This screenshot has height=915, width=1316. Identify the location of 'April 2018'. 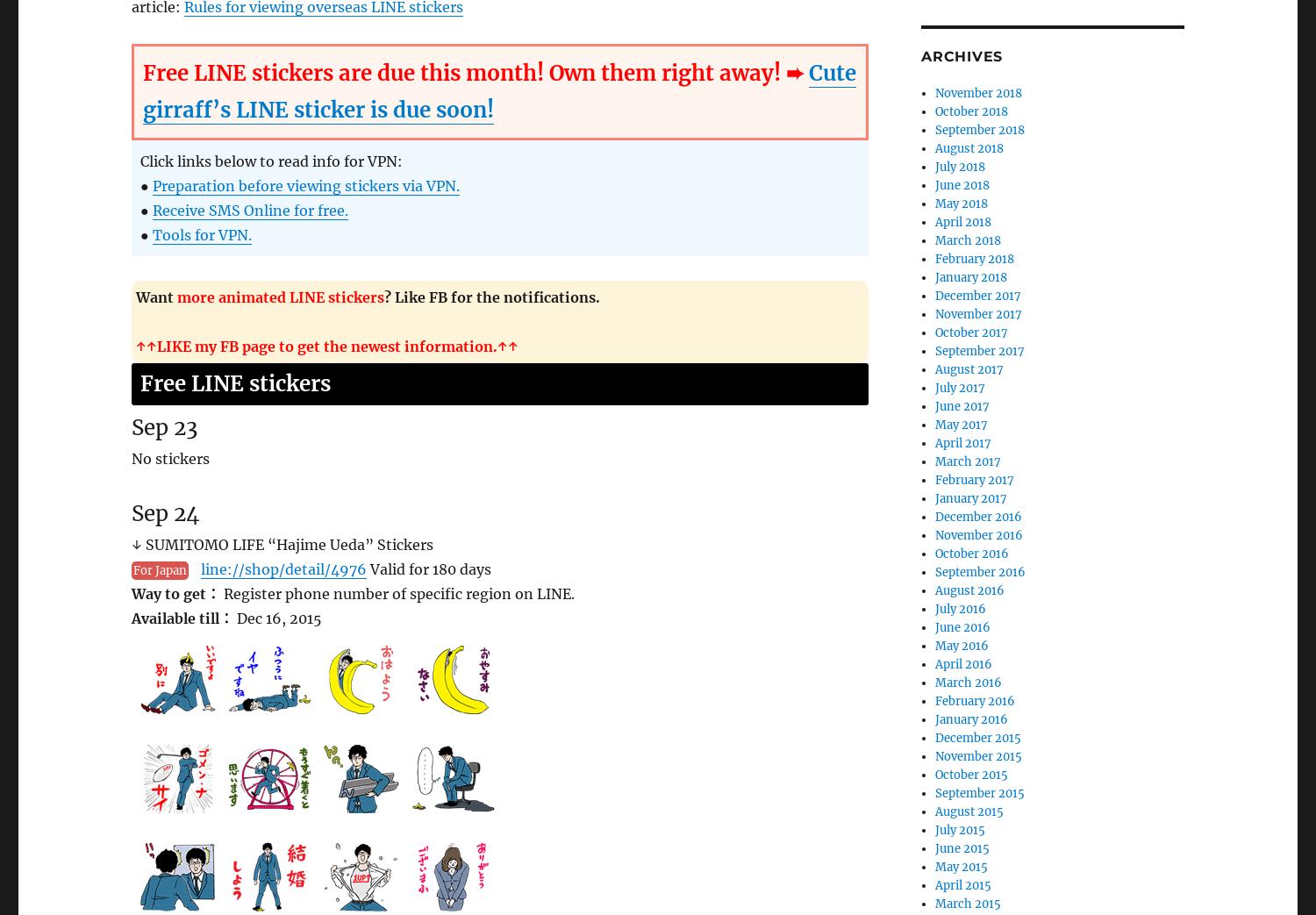
(934, 221).